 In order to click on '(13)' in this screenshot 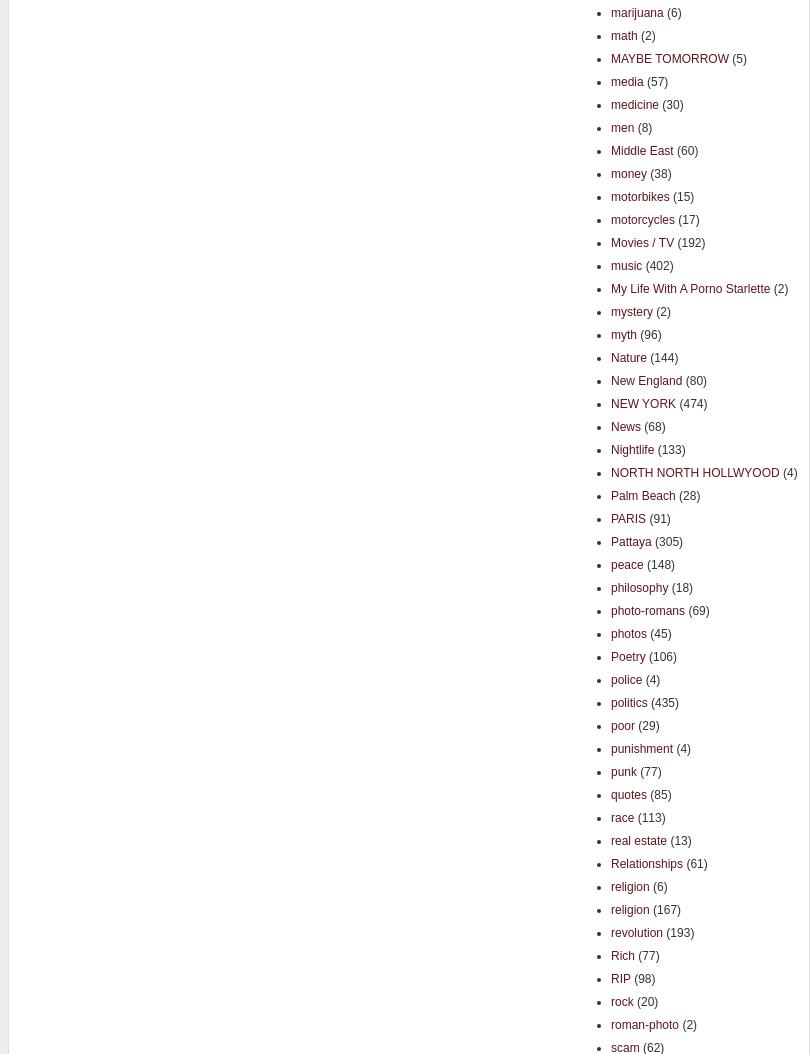, I will do `click(678, 839)`.